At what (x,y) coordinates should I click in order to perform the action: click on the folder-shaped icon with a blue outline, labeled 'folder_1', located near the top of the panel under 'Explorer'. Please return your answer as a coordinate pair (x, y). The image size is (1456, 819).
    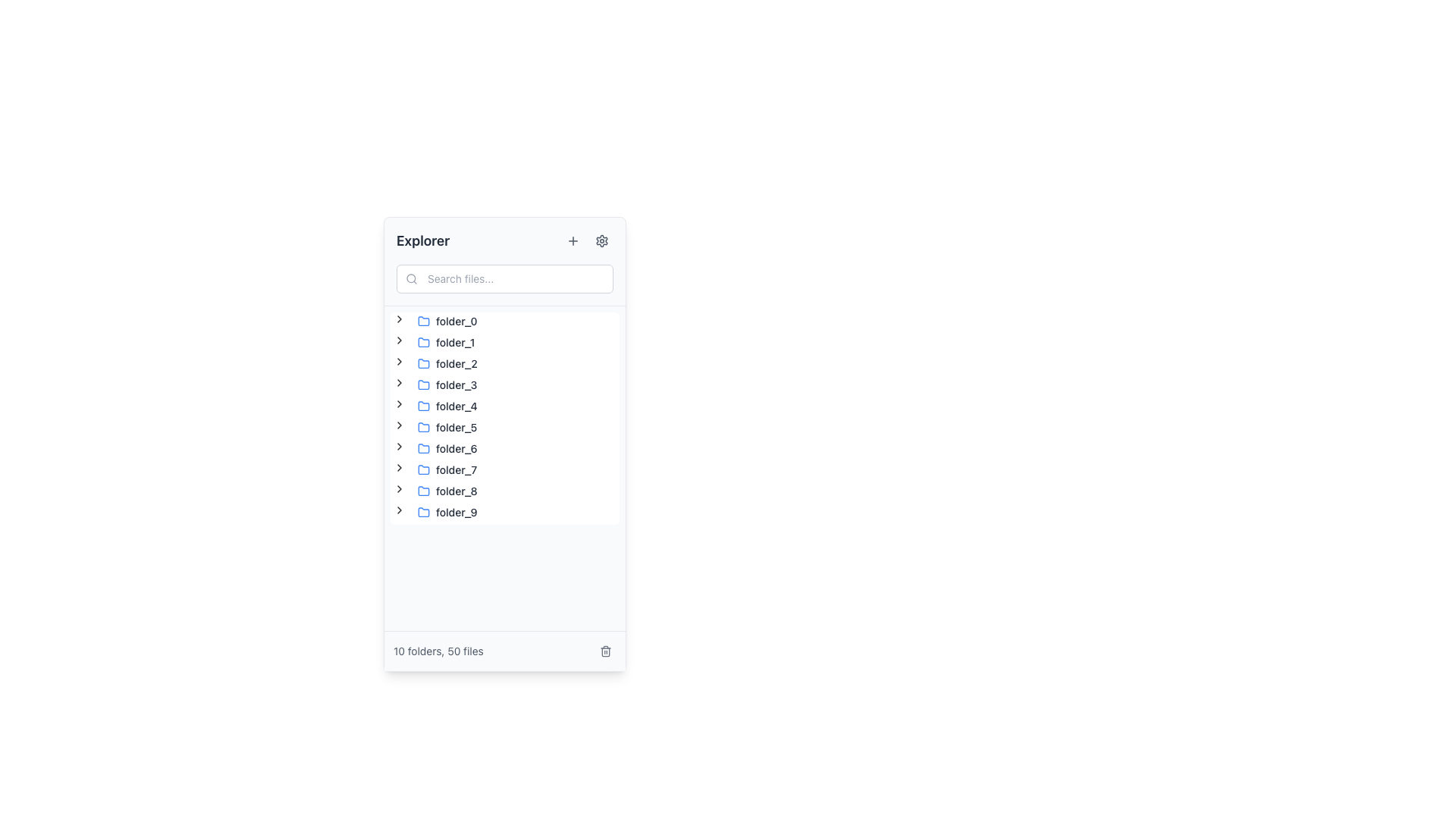
    Looking at the image, I should click on (423, 342).